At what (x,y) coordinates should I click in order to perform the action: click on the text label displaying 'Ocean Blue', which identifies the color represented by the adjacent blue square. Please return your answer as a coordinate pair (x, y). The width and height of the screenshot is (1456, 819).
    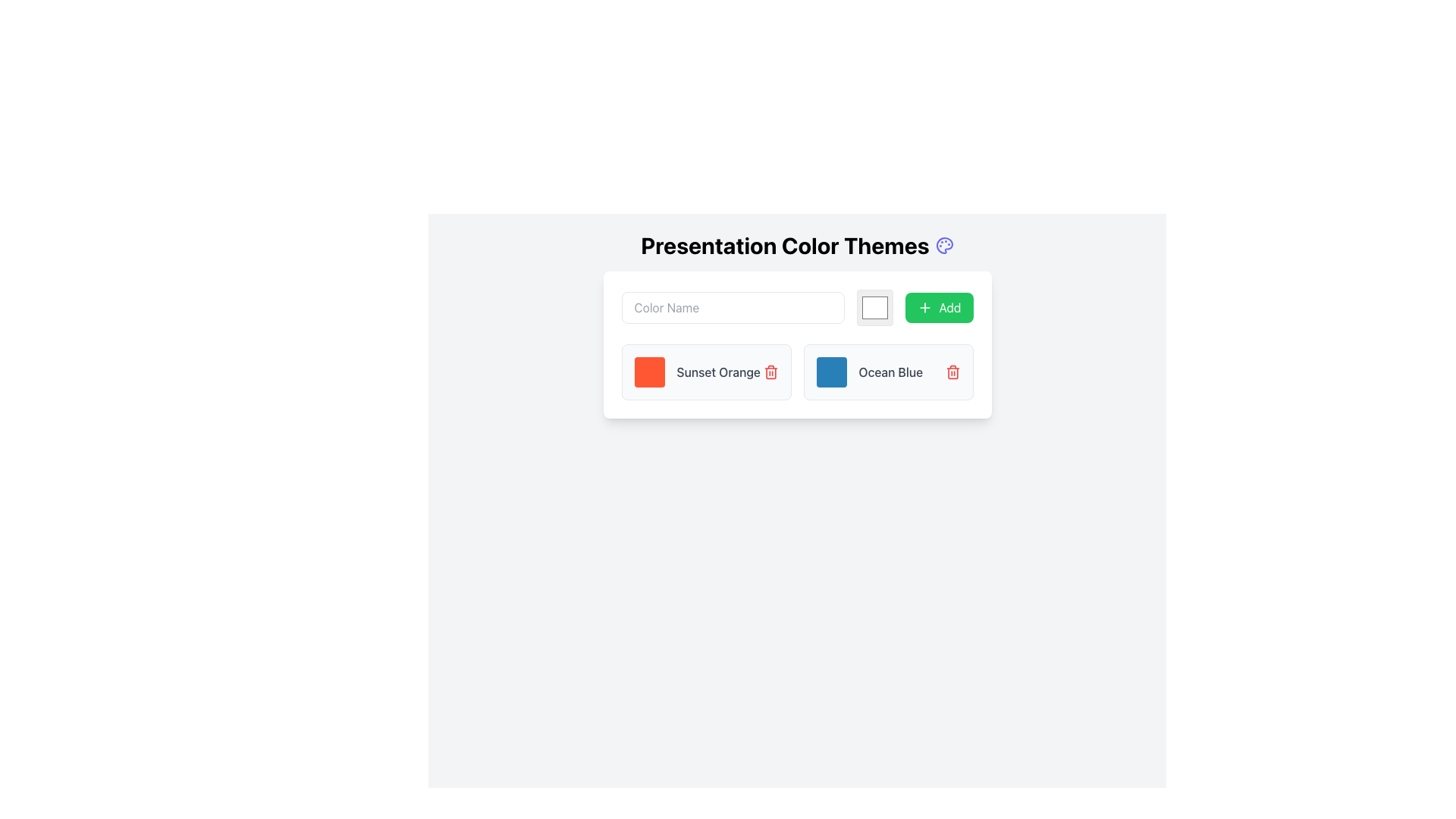
    Looking at the image, I should click on (890, 372).